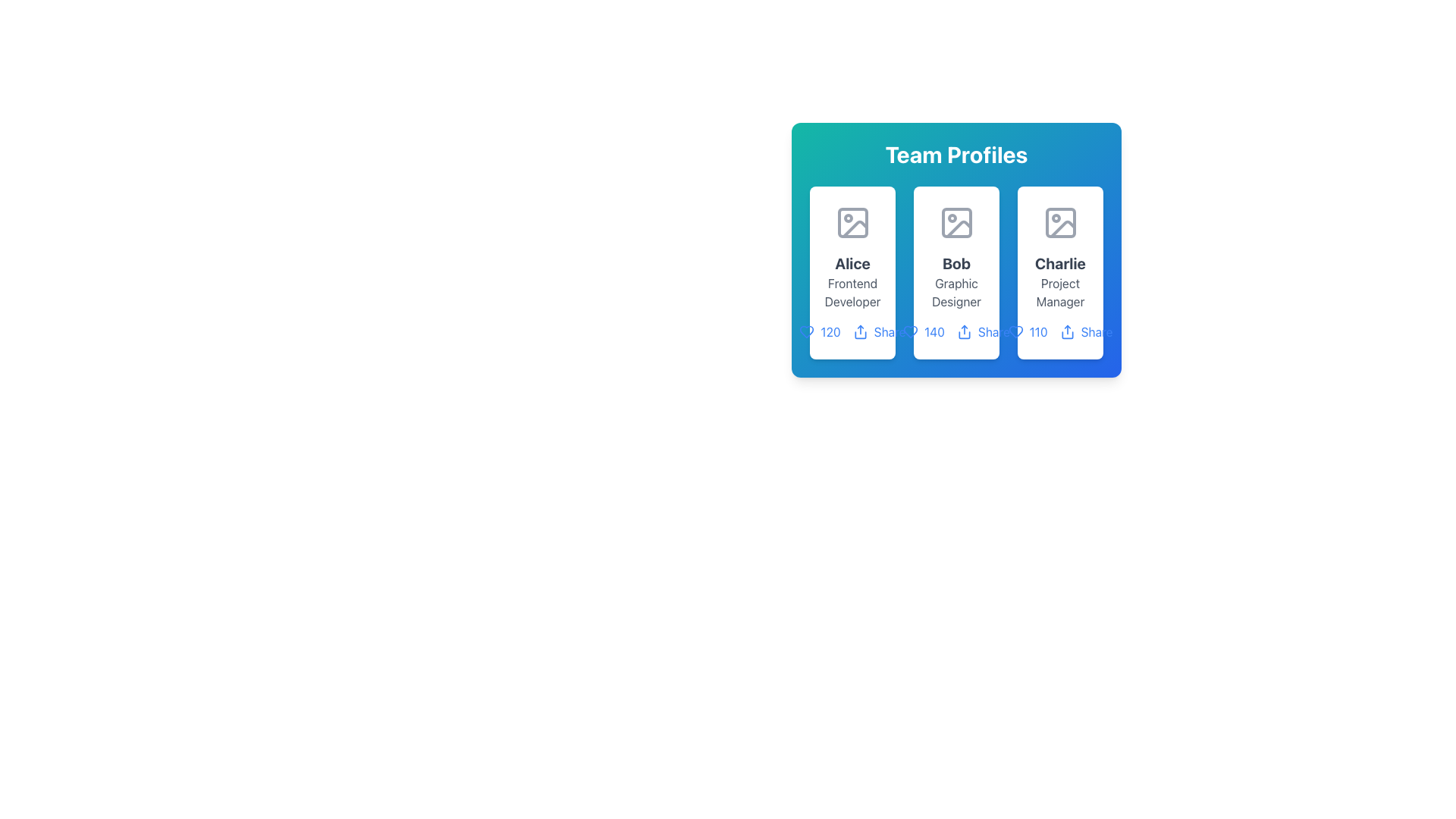  What do you see at coordinates (1066, 331) in the screenshot?
I see `the blue upward-pointing arrow icon for the 'Share' action located in Charlie's card` at bounding box center [1066, 331].